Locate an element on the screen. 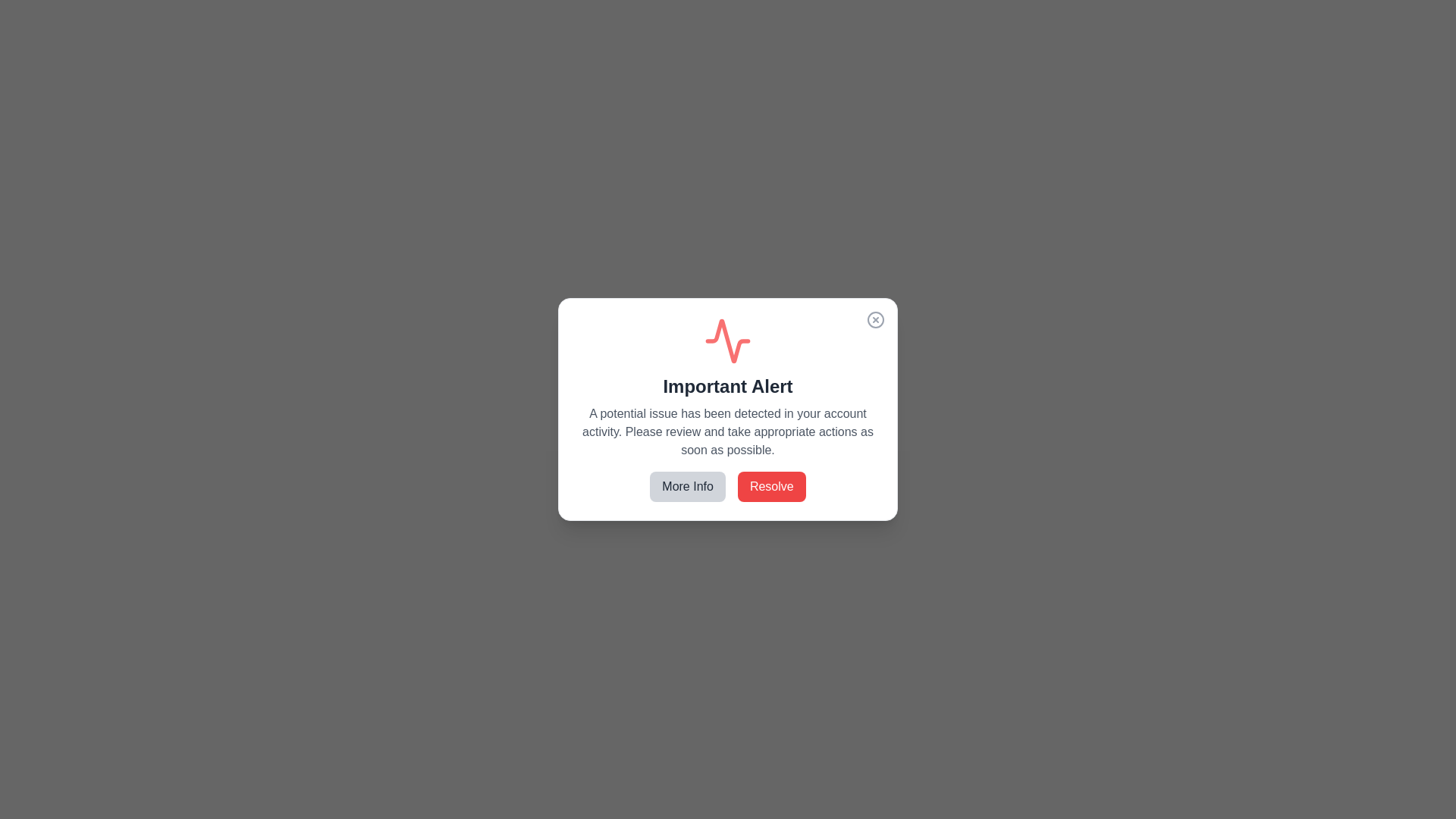 The image size is (1456, 819). close button in the top-right corner of the dialog to dismiss it is located at coordinates (876, 318).